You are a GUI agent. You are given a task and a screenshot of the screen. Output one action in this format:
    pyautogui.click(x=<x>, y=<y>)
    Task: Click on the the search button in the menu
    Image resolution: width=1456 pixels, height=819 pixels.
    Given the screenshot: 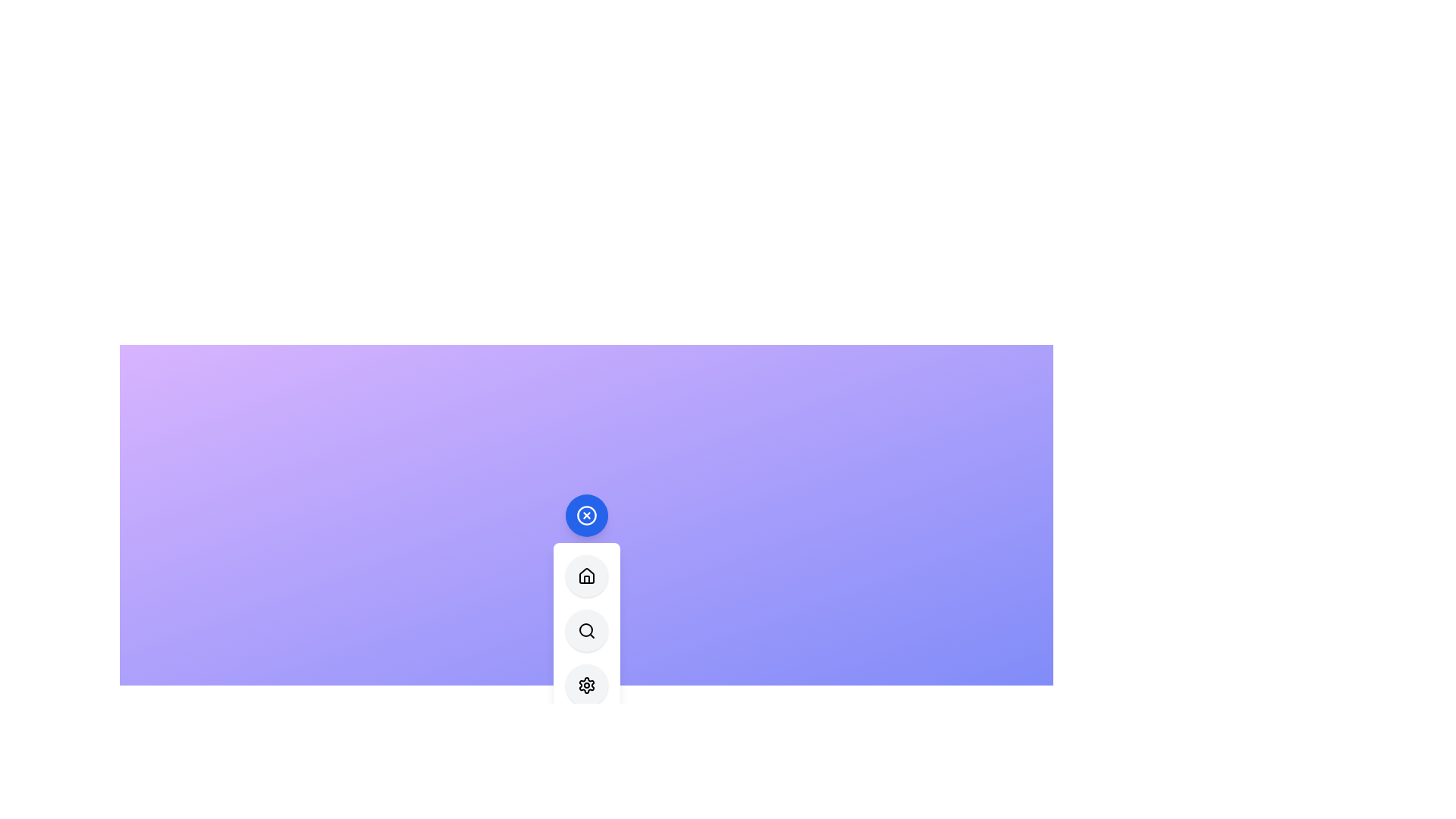 What is the action you would take?
    pyautogui.click(x=585, y=630)
    